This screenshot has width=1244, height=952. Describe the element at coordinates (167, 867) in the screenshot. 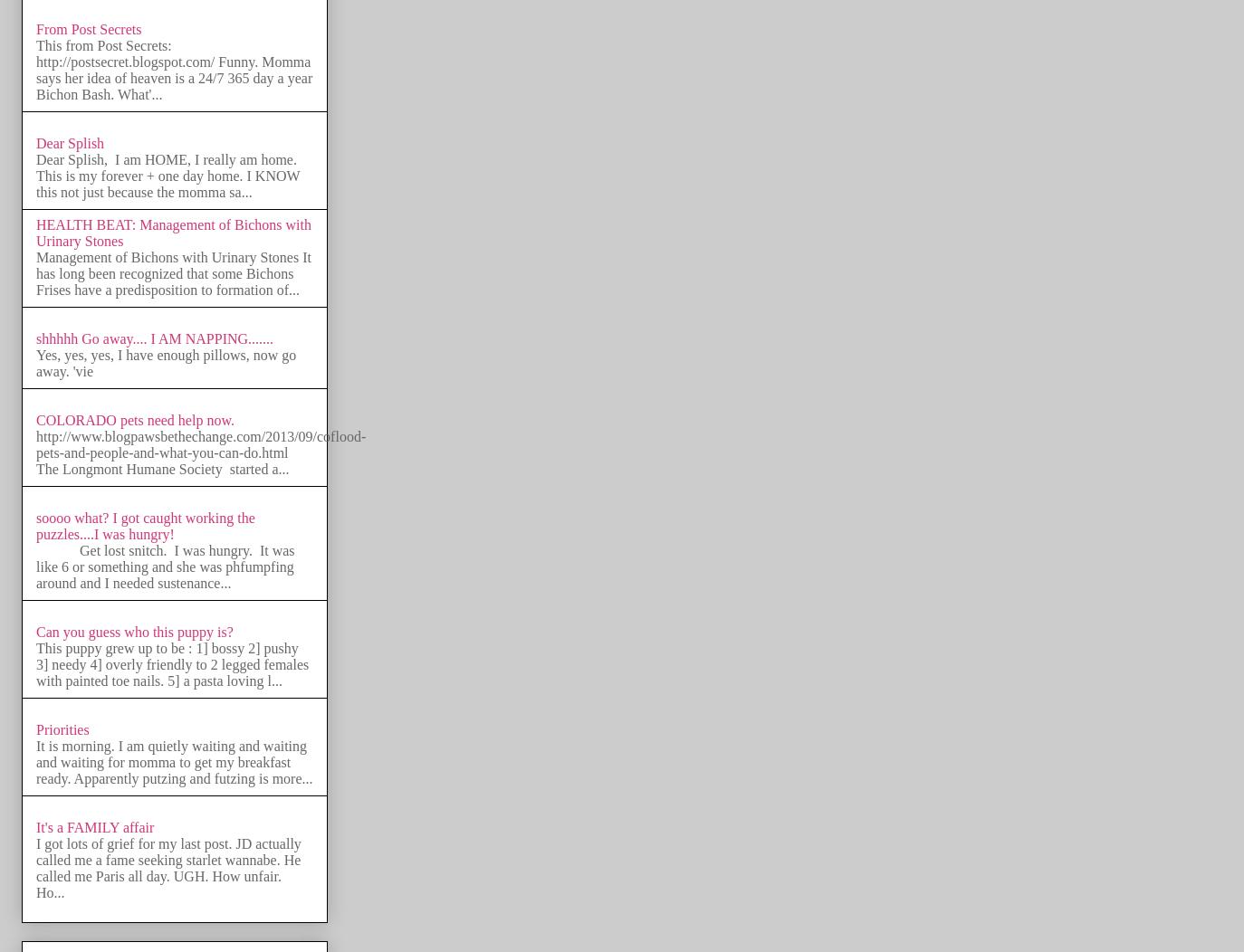

I see `'I got lots of grief for my last post. JD actually called me a fame seeking starlet wannabe. He called me Paris all day. UGH. How unfair. Ho...'` at that location.